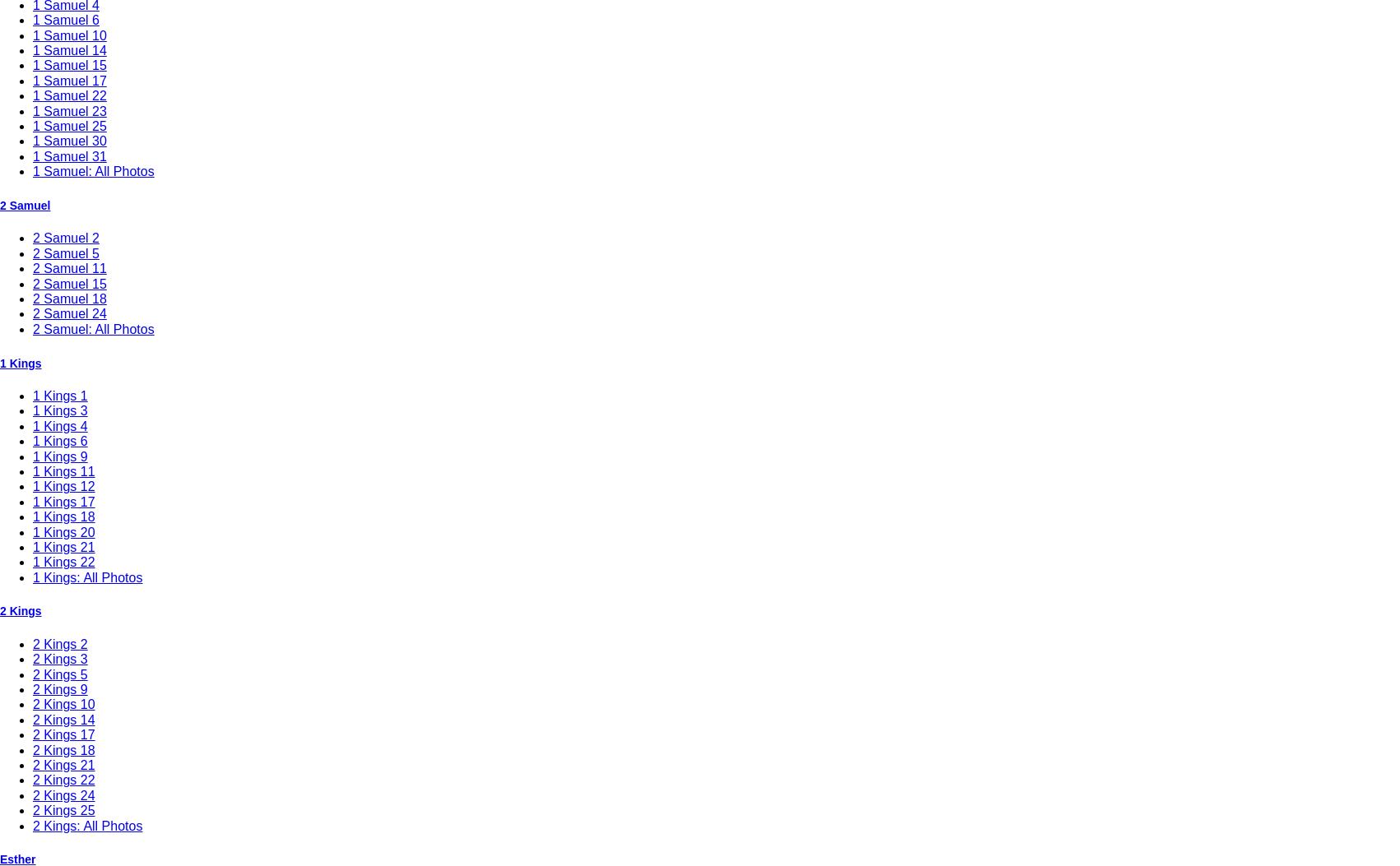 This screenshot has width=1400, height=866. What do you see at coordinates (32, 313) in the screenshot?
I see `'2 Samuel 24'` at bounding box center [32, 313].